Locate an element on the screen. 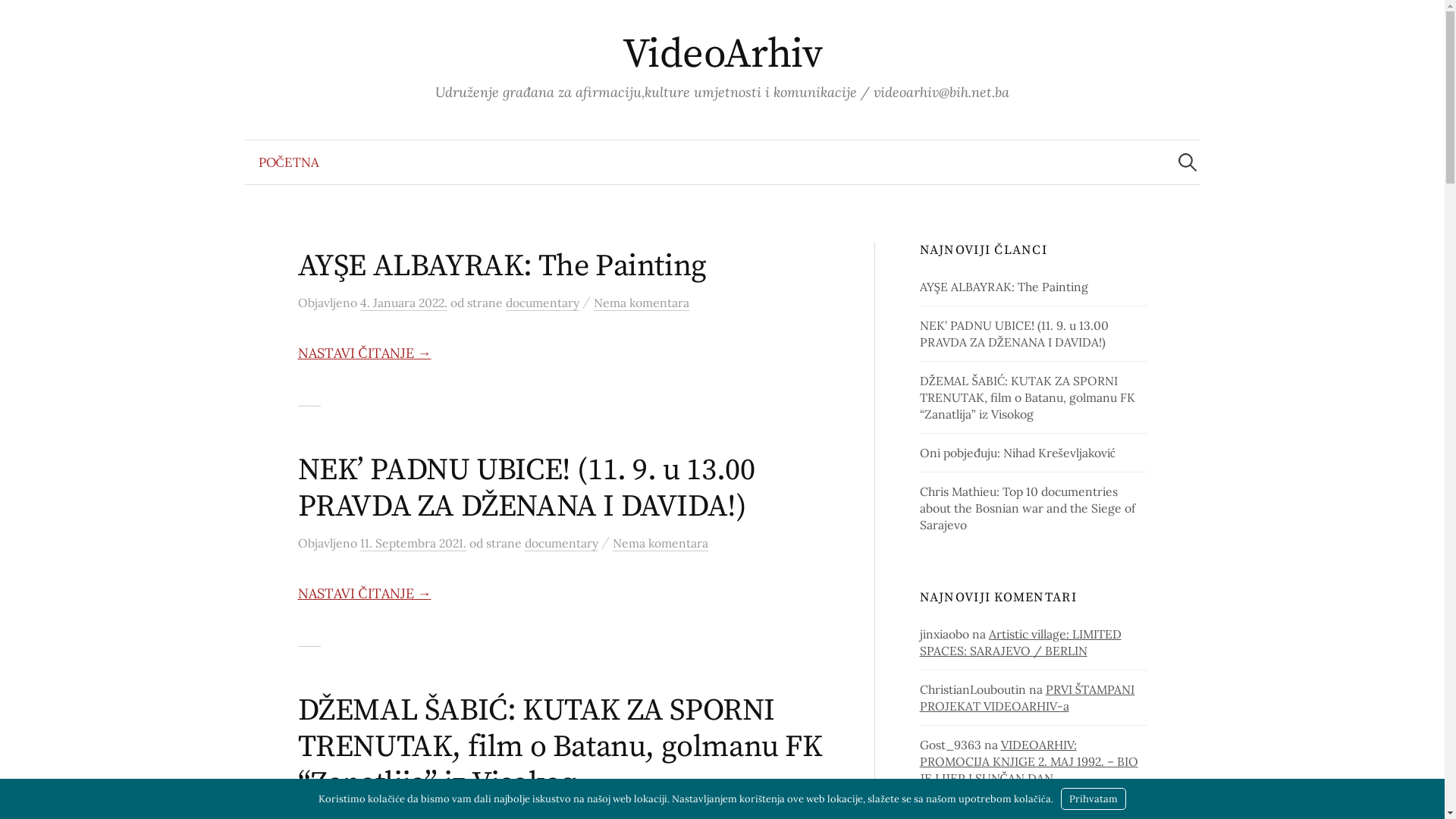 The image size is (1456, 819). 'Prihvatam' is located at coordinates (1093, 798).